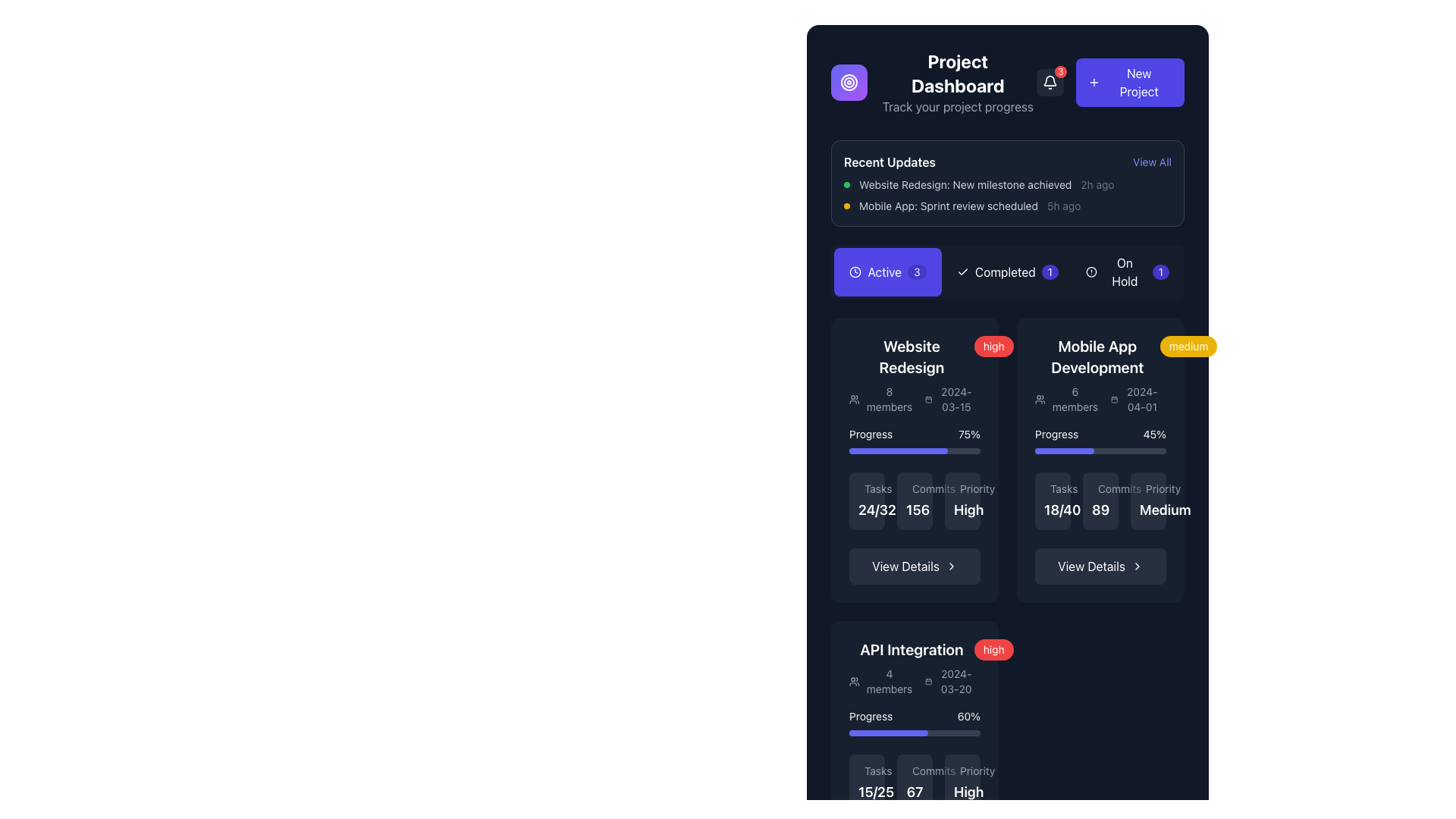 Image resolution: width=1456 pixels, height=819 pixels. What do you see at coordinates (1100, 566) in the screenshot?
I see `the button located at the bottom center of the 'Mobile App Development' card to change its color` at bounding box center [1100, 566].